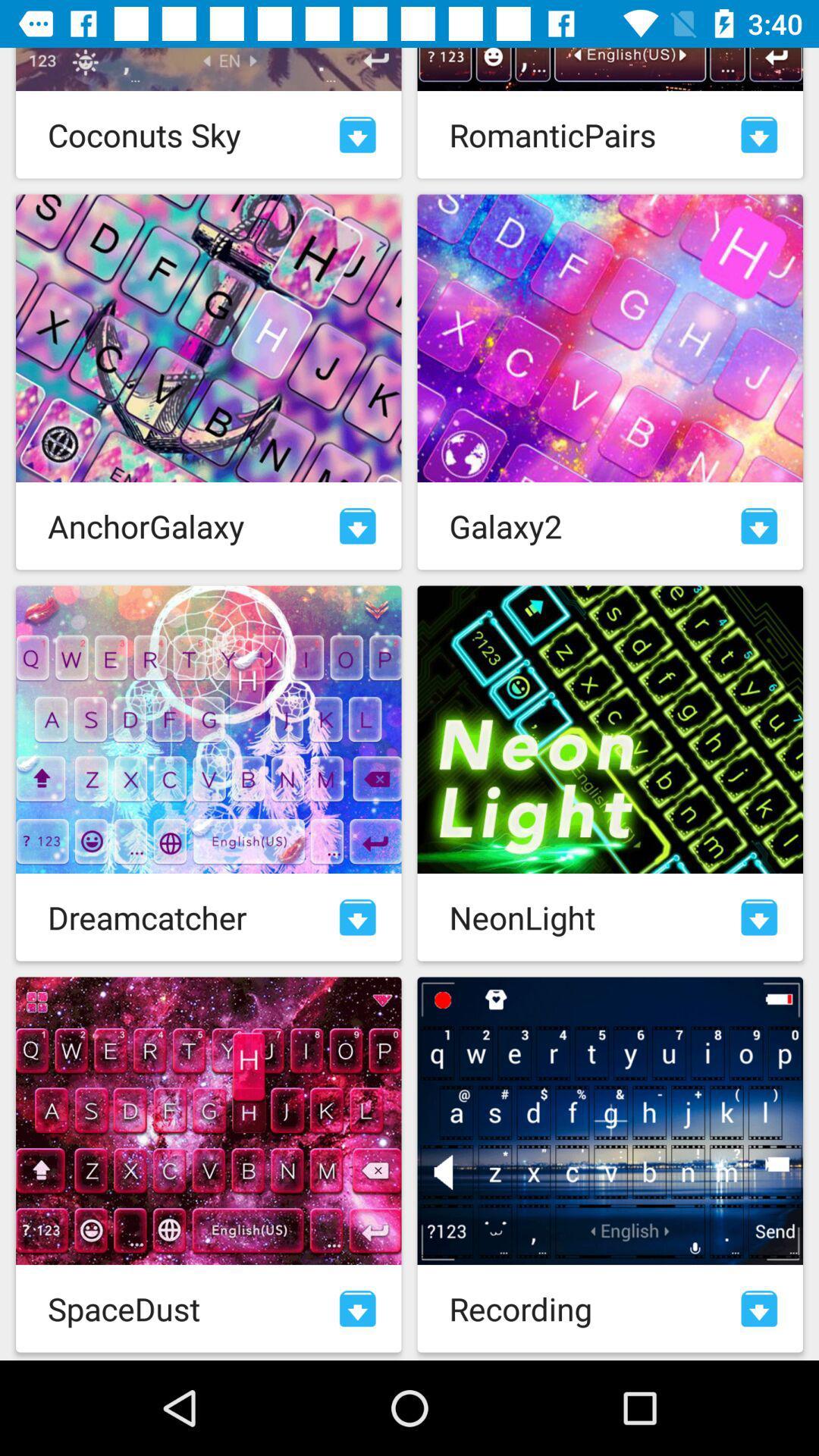 Image resolution: width=819 pixels, height=1456 pixels. What do you see at coordinates (357, 1307) in the screenshot?
I see `download` at bounding box center [357, 1307].